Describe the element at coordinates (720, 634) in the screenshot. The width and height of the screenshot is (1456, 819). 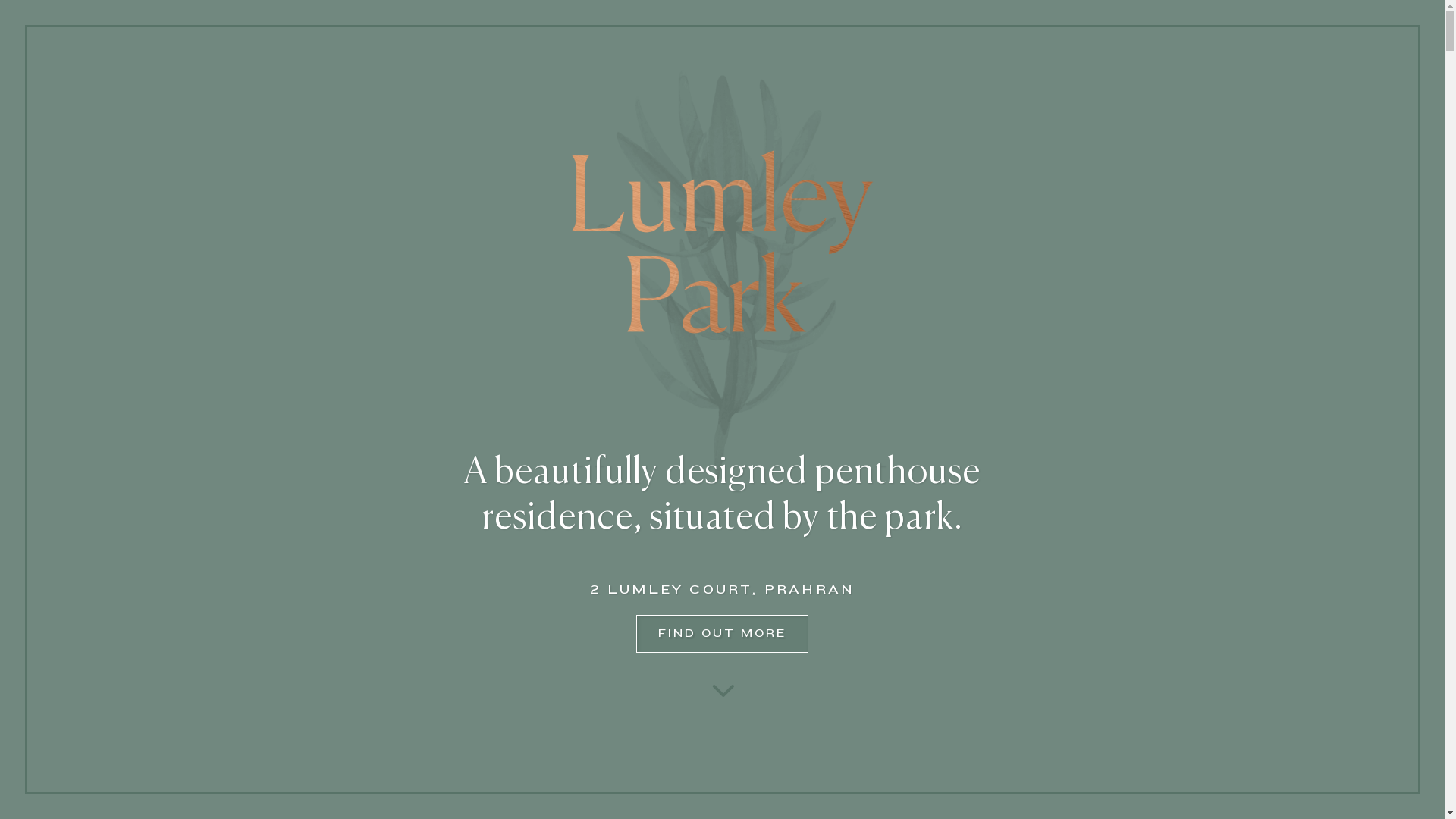
I see `'FIND OUT MORE'` at that location.